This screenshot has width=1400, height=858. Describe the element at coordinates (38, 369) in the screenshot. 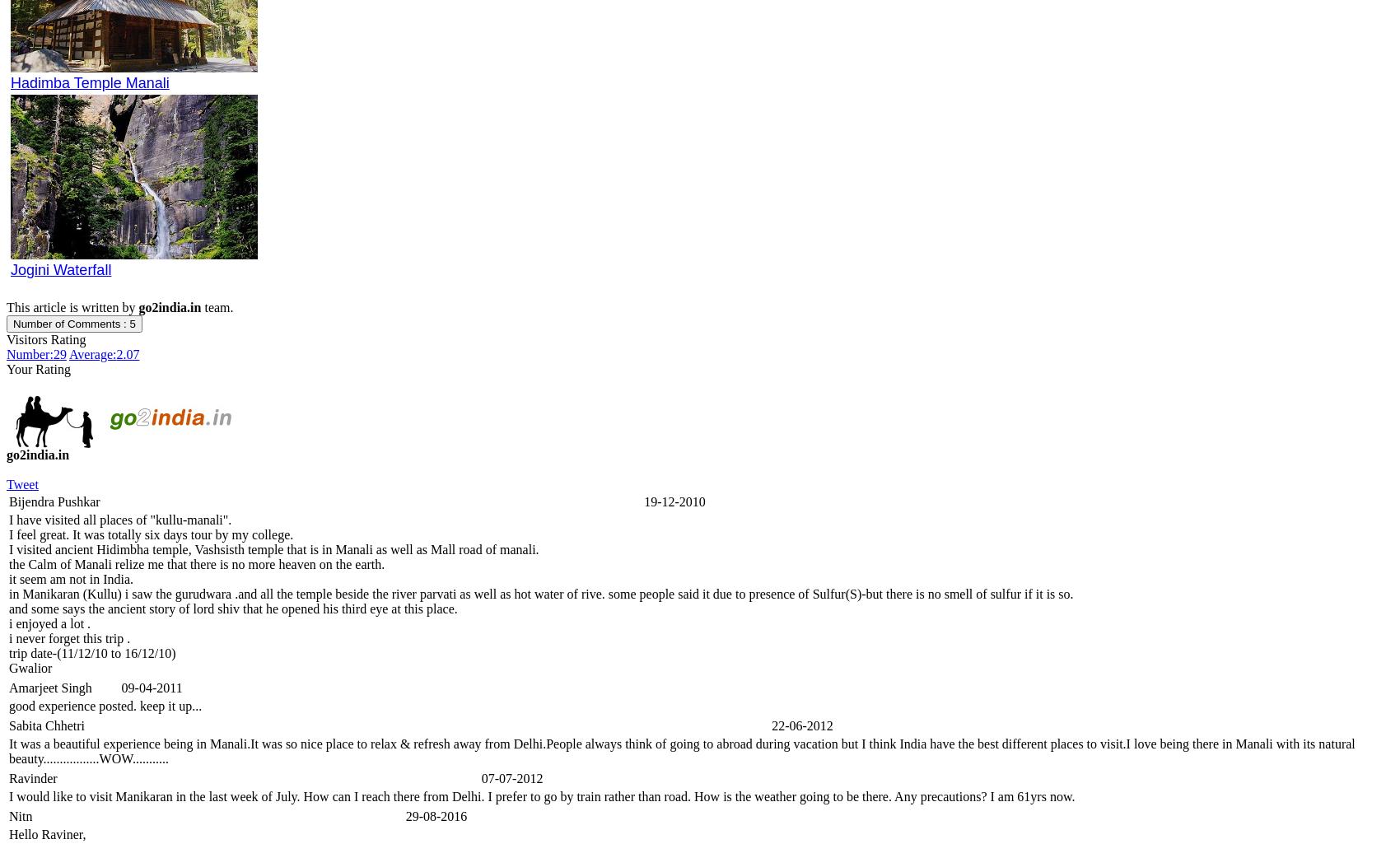

I see `'Your Rating'` at that location.